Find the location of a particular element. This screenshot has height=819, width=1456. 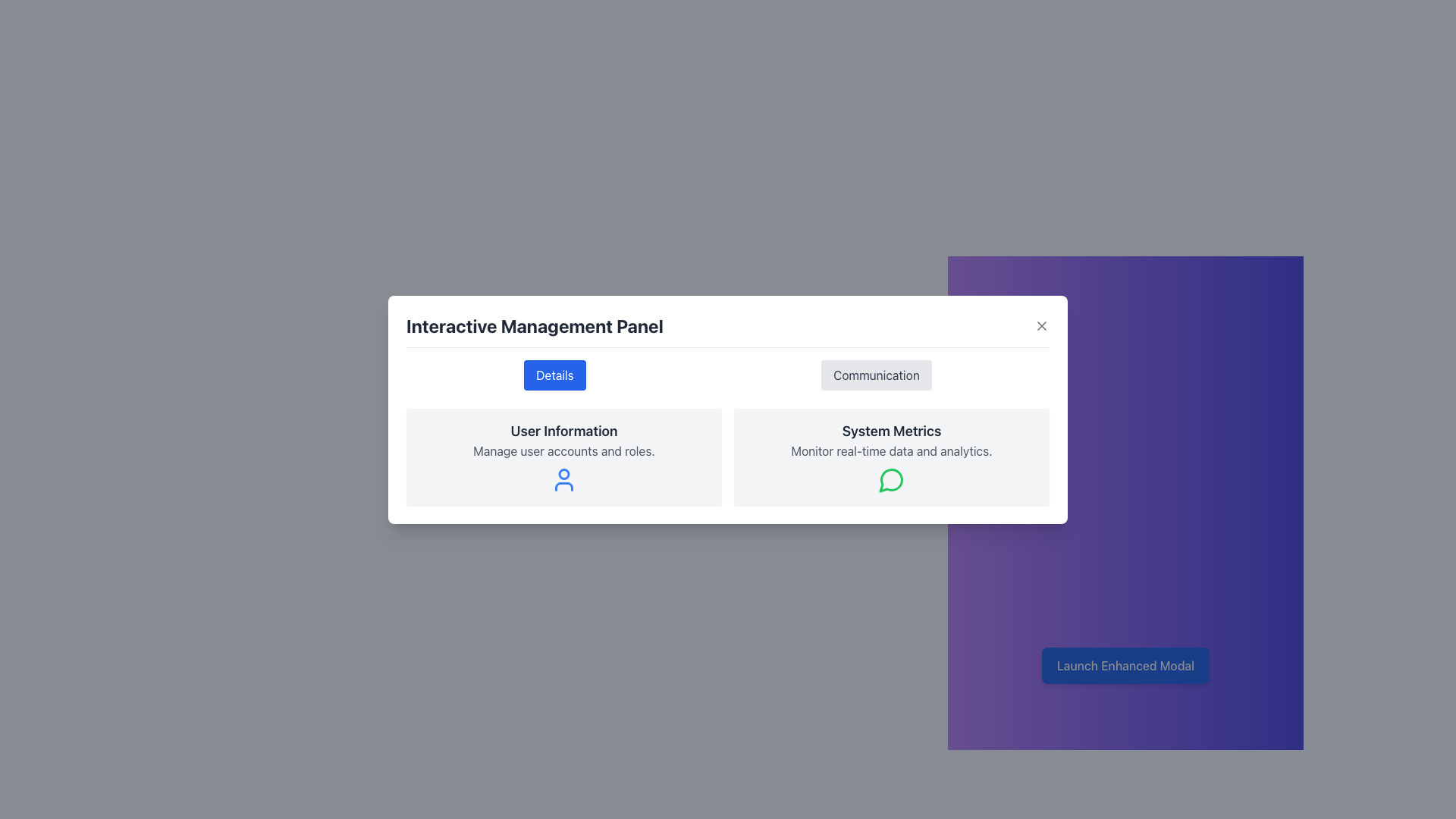

the communication button located to the right of the 'Details' button is located at coordinates (877, 375).